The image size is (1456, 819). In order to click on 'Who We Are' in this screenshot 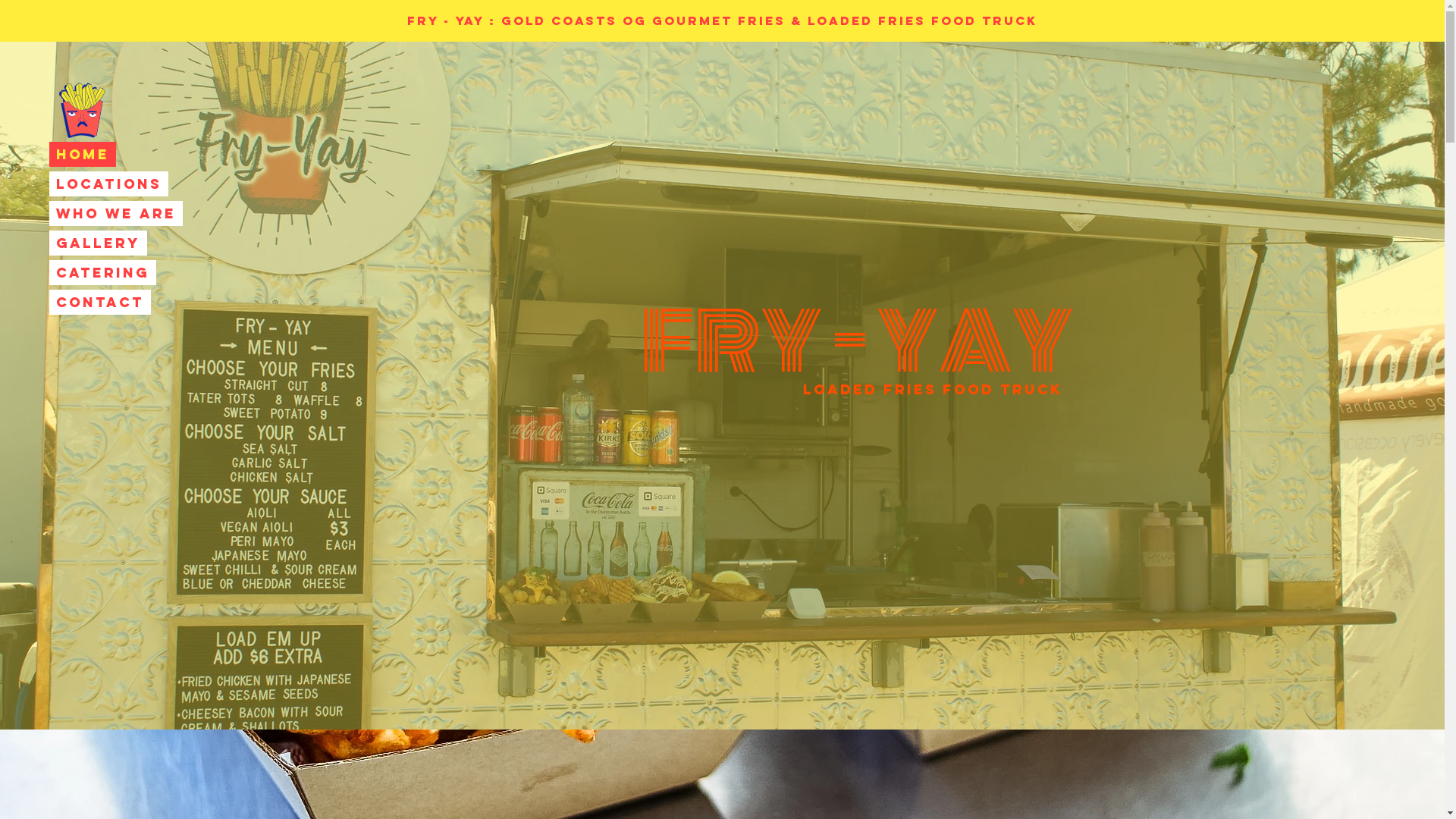, I will do `click(115, 213)`.